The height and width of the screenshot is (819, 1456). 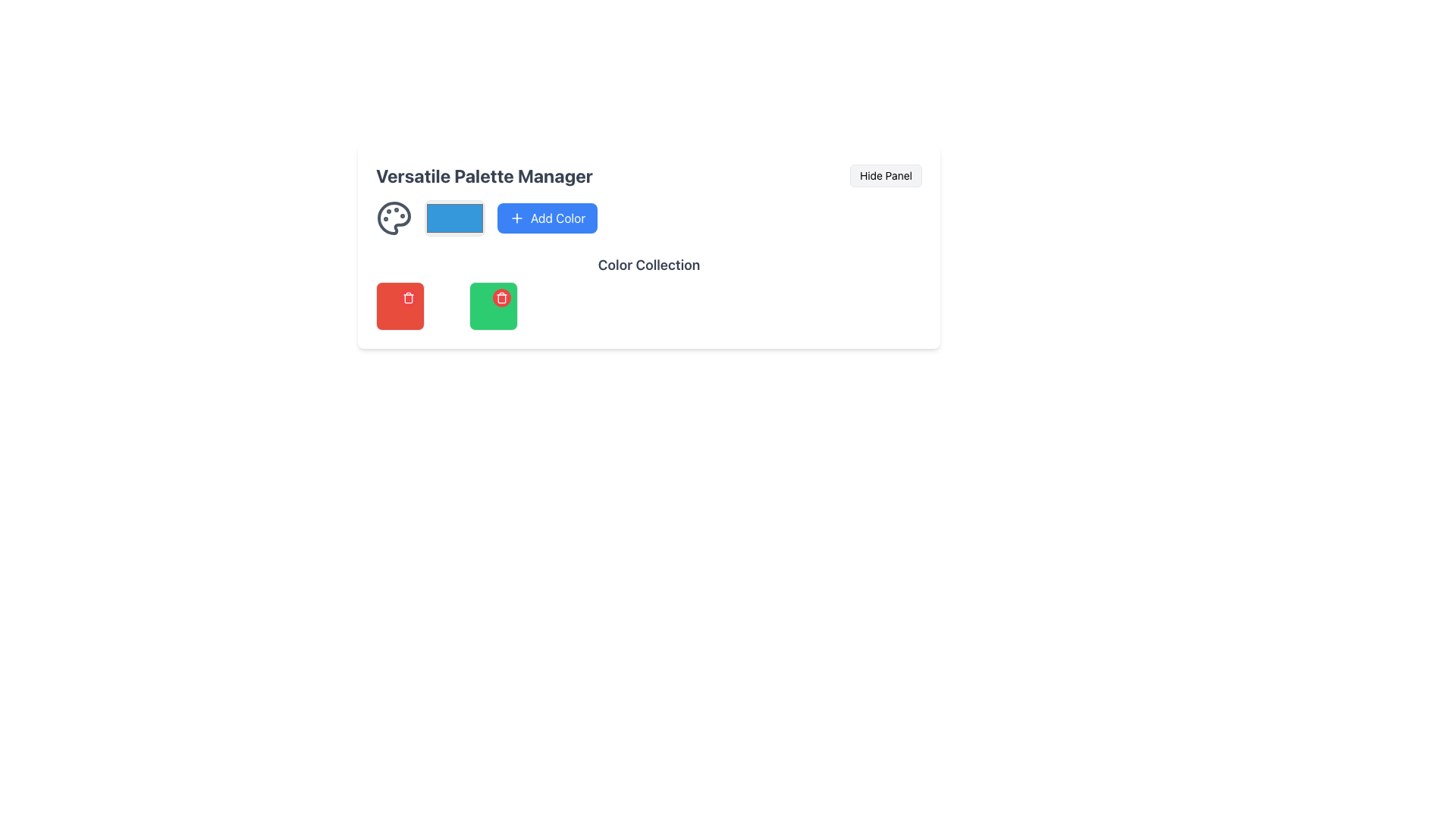 What do you see at coordinates (501, 298) in the screenshot?
I see `the small red circular button with a white trashcan icon located at the top-right corner of the green square card` at bounding box center [501, 298].